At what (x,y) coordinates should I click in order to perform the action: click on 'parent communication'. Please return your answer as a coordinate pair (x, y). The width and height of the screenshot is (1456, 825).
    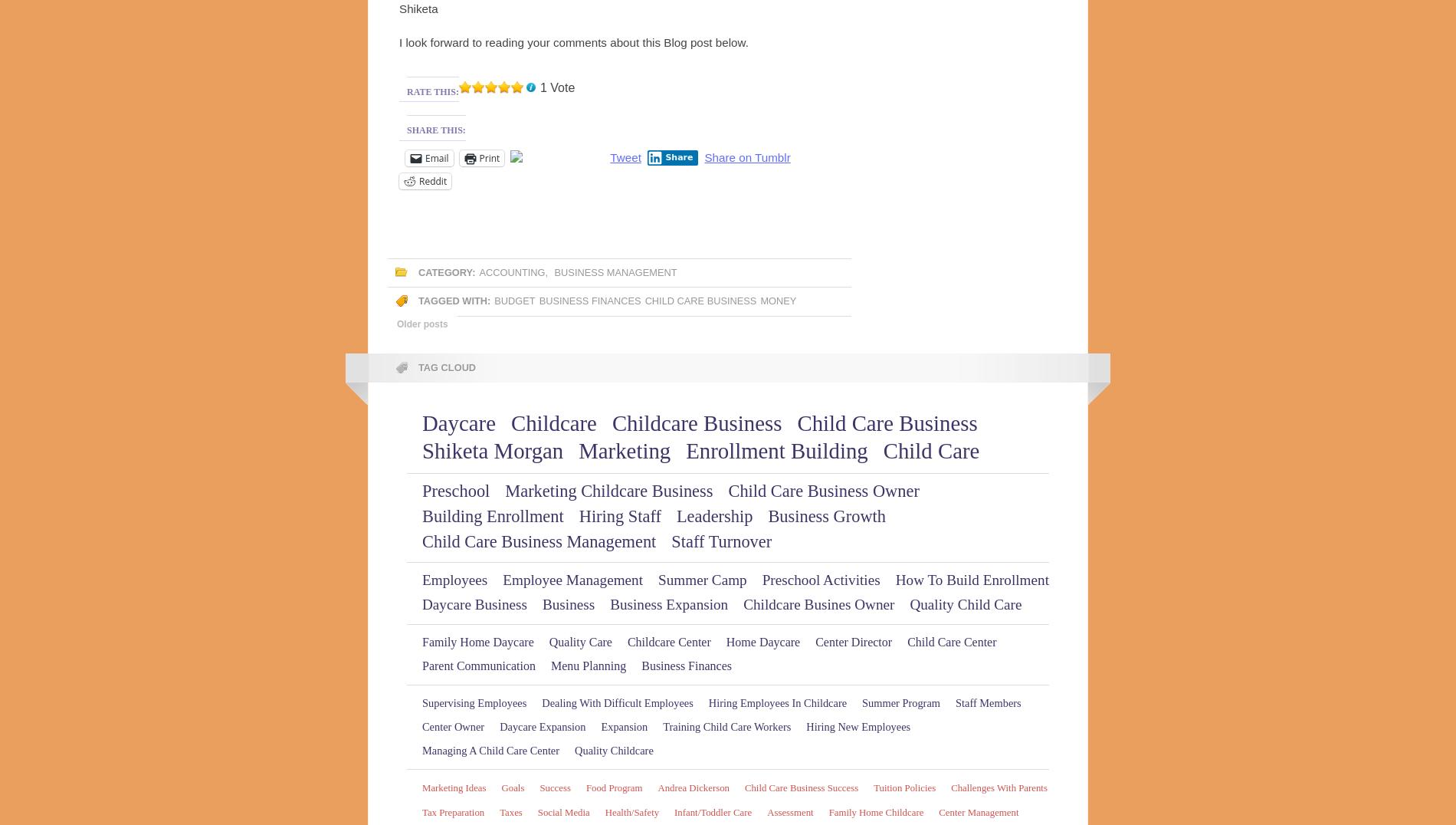
    Looking at the image, I should click on (478, 665).